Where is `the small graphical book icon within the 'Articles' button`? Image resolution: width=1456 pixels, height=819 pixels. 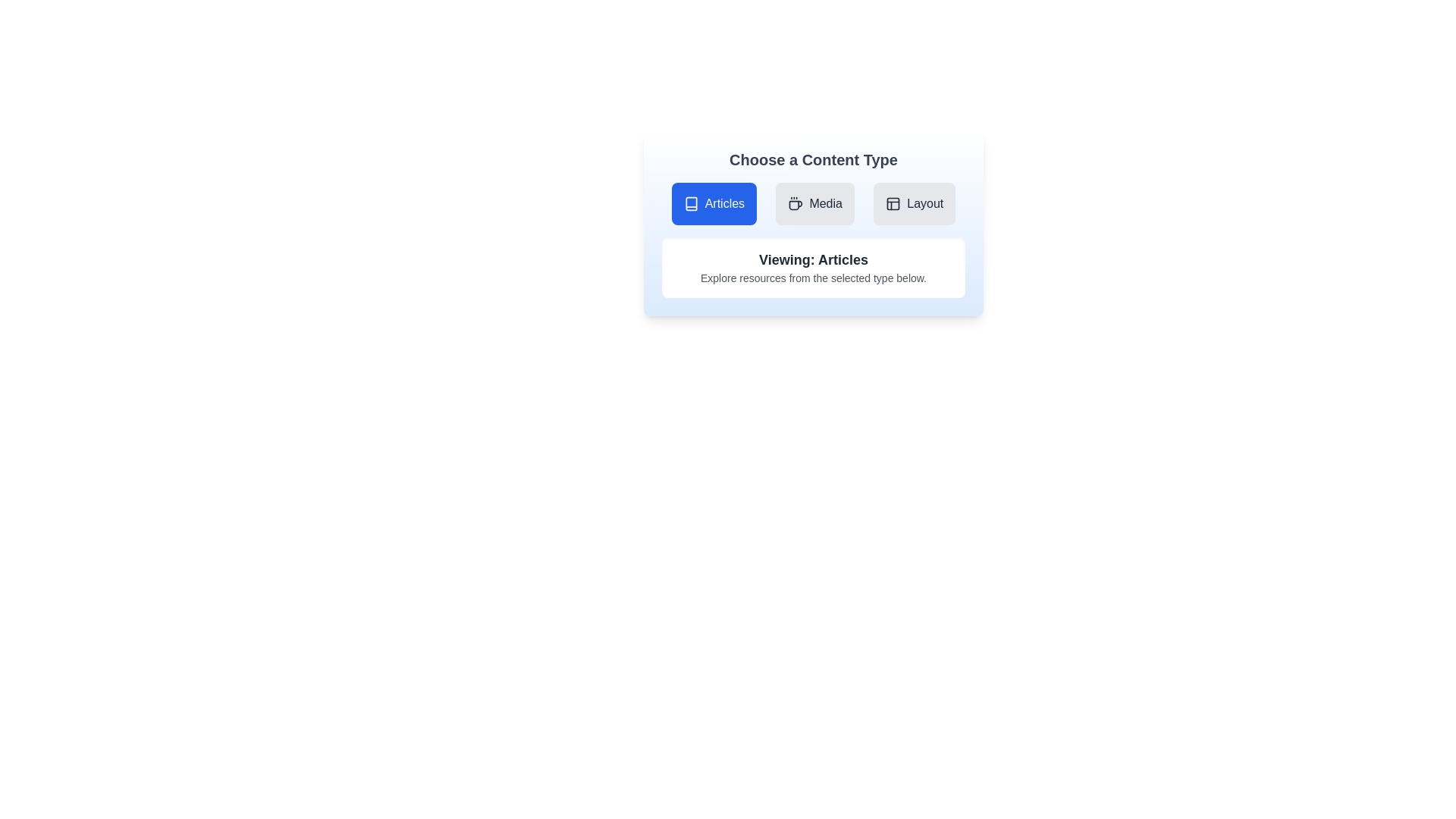
the small graphical book icon within the 'Articles' button is located at coordinates (690, 203).